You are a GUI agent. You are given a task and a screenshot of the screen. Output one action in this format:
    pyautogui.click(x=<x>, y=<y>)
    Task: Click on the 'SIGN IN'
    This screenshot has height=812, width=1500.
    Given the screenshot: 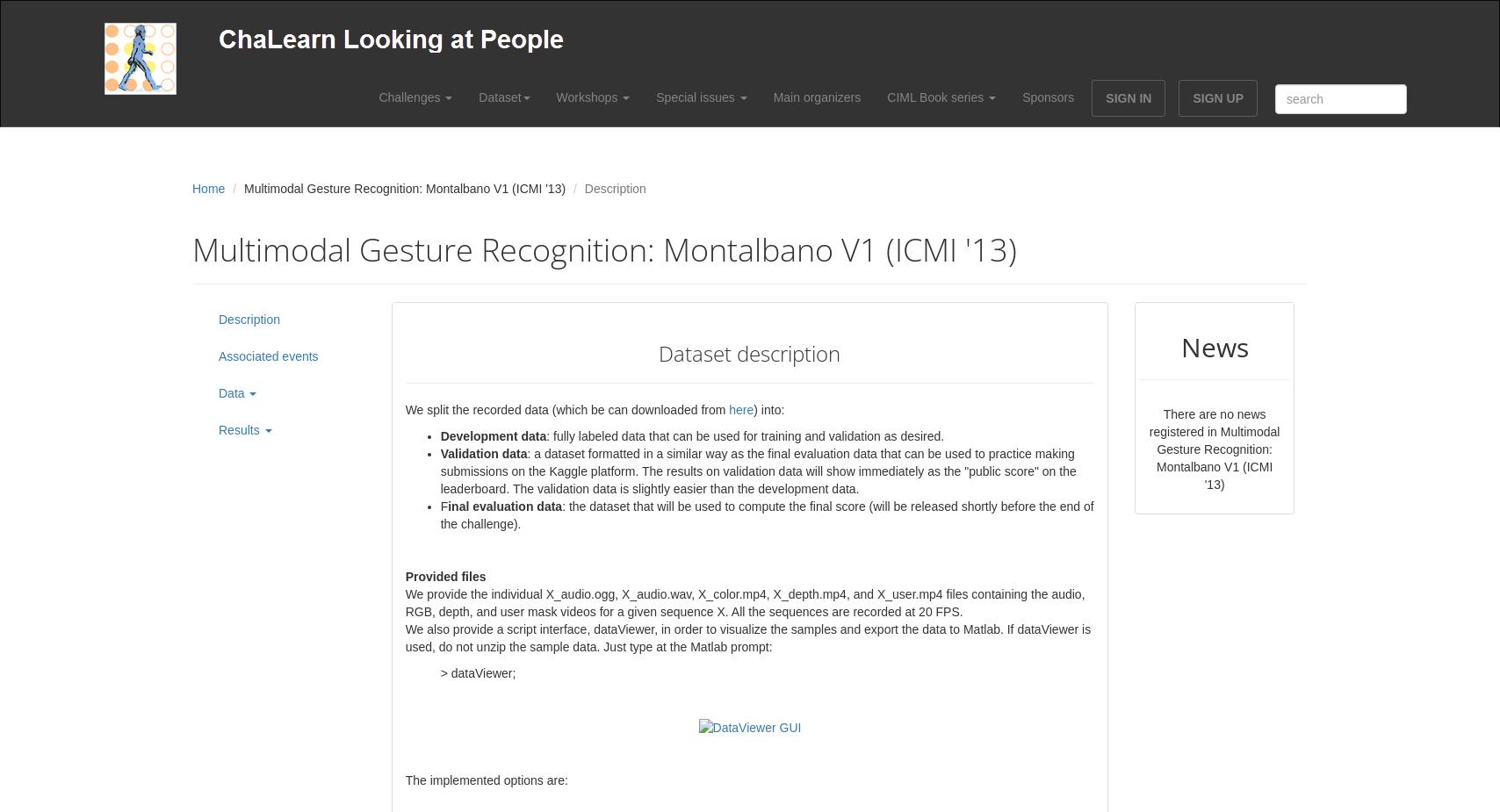 What is the action you would take?
    pyautogui.click(x=1128, y=97)
    